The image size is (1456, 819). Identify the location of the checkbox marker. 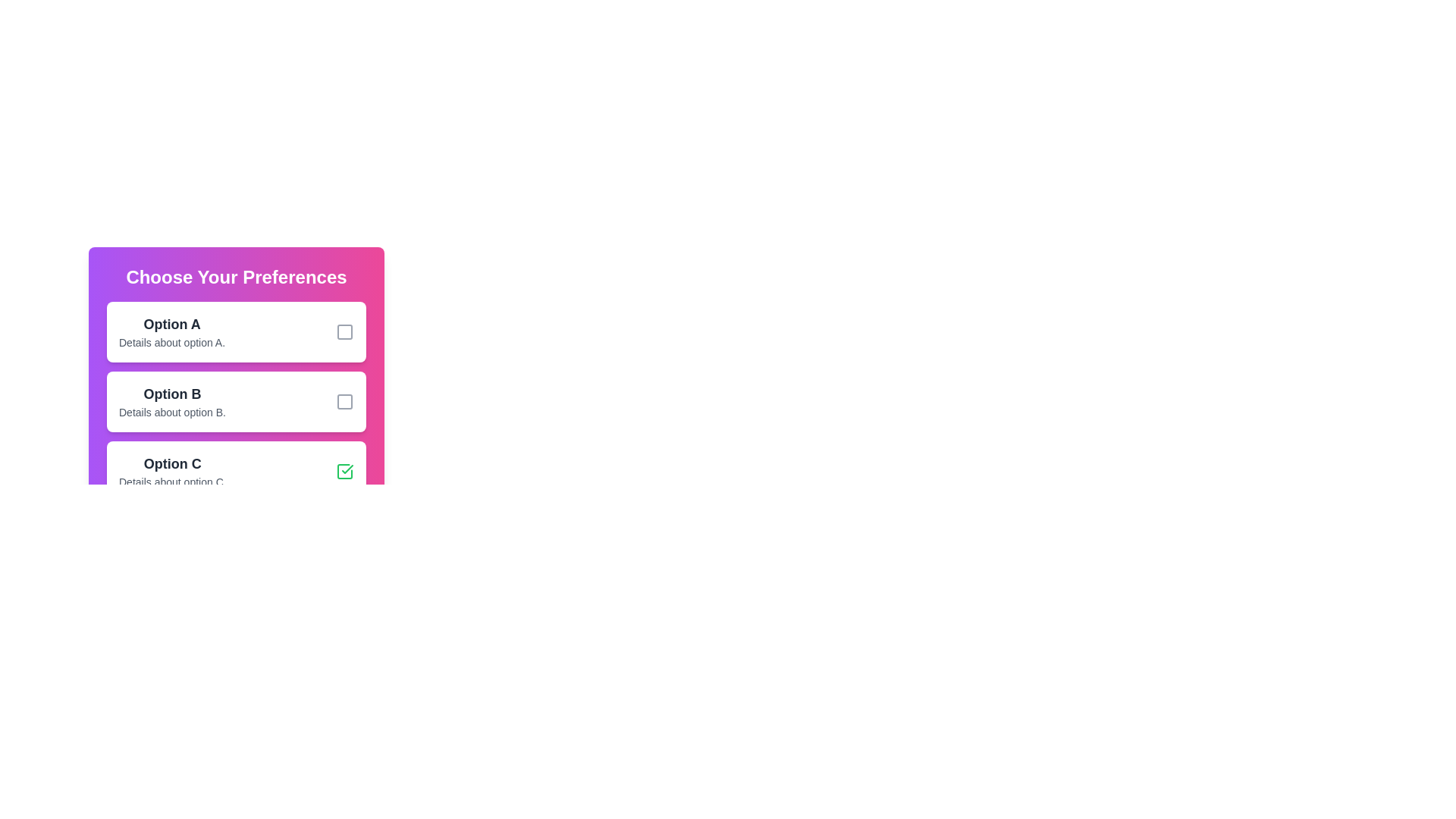
(344, 400).